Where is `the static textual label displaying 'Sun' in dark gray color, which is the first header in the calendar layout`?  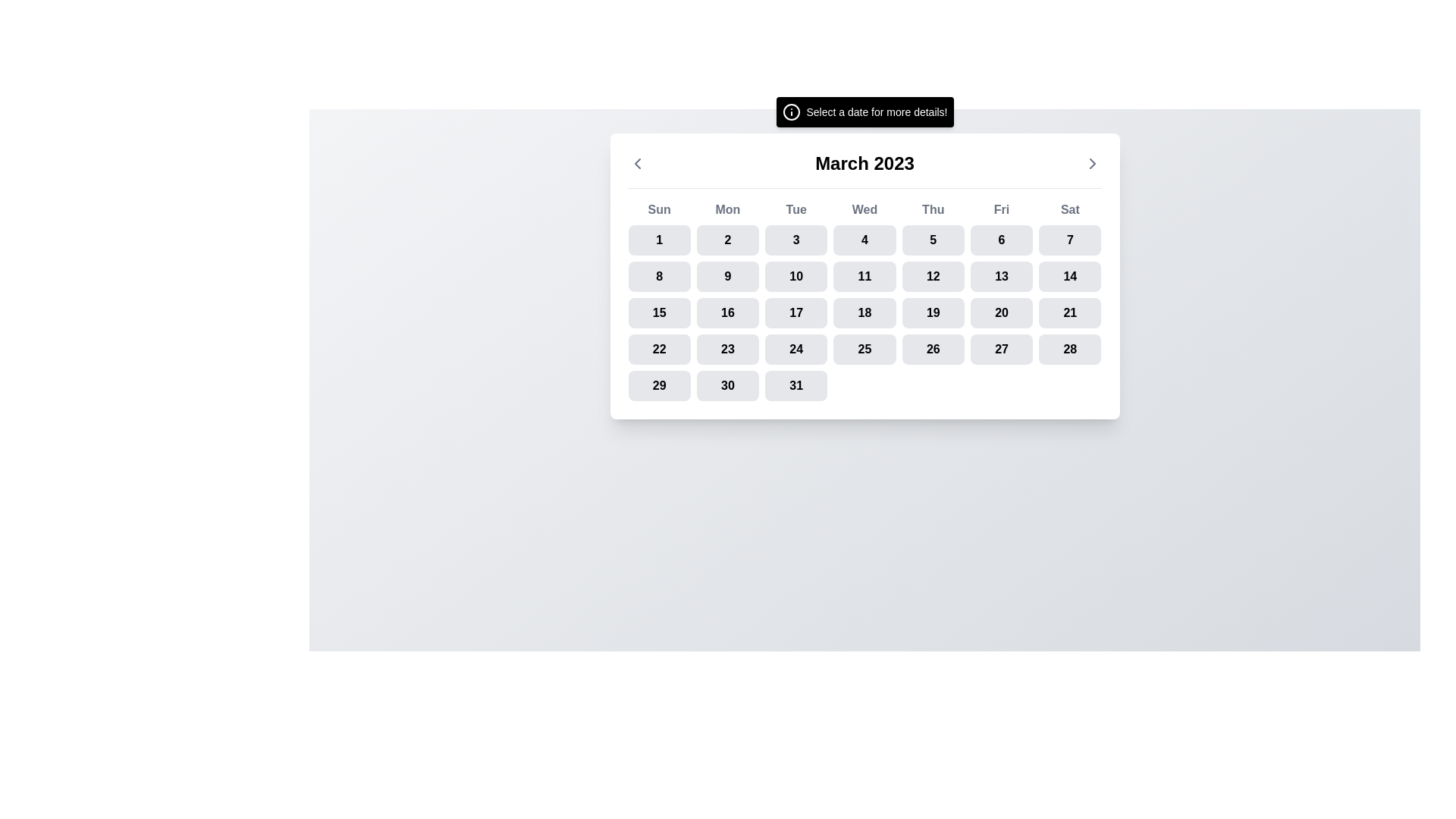
the static textual label displaying 'Sun' in dark gray color, which is the first header in the calendar layout is located at coordinates (659, 210).